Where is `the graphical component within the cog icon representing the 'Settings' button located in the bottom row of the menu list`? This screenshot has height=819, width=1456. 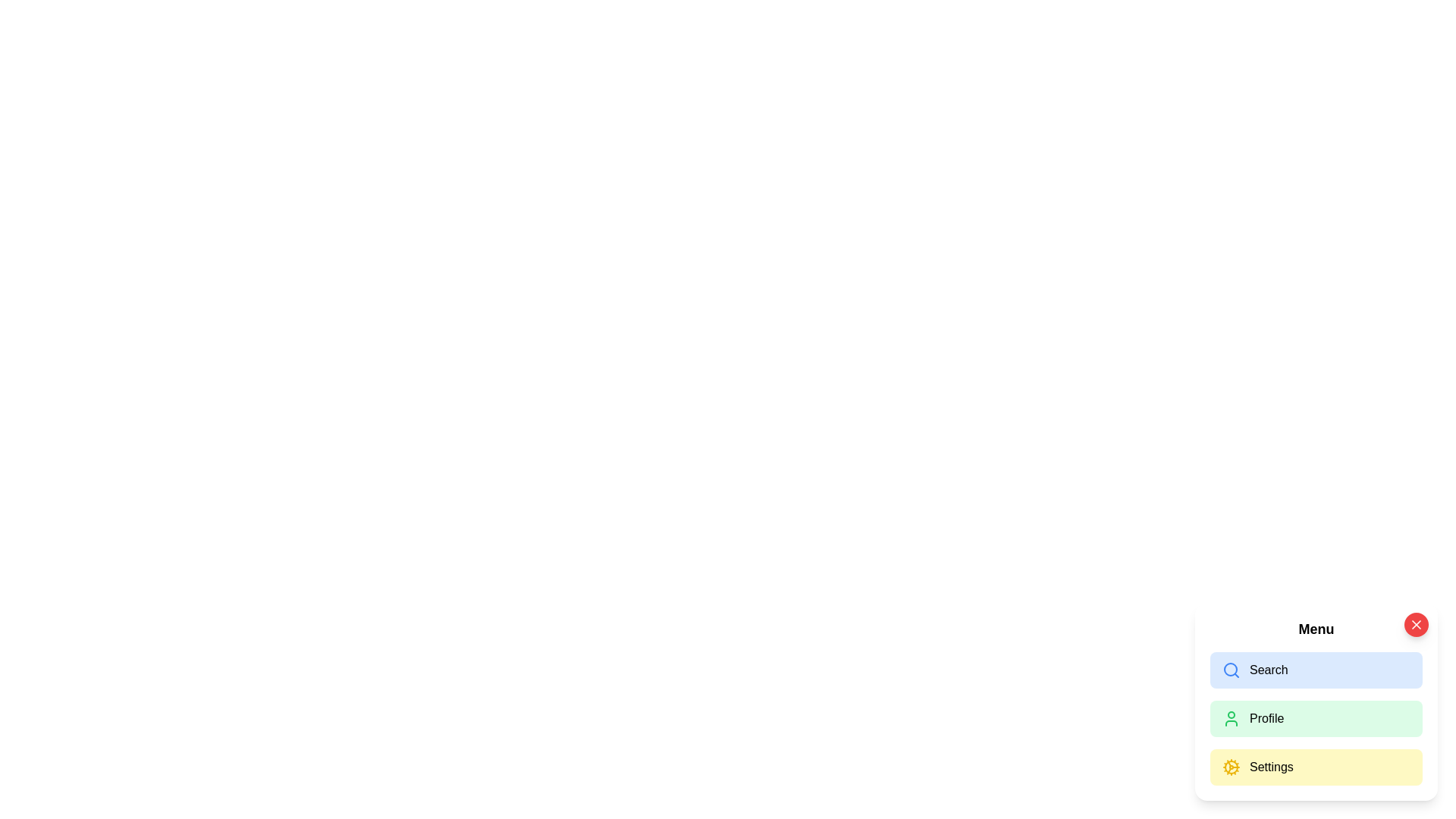 the graphical component within the cog icon representing the 'Settings' button located in the bottom row of the menu list is located at coordinates (1231, 767).